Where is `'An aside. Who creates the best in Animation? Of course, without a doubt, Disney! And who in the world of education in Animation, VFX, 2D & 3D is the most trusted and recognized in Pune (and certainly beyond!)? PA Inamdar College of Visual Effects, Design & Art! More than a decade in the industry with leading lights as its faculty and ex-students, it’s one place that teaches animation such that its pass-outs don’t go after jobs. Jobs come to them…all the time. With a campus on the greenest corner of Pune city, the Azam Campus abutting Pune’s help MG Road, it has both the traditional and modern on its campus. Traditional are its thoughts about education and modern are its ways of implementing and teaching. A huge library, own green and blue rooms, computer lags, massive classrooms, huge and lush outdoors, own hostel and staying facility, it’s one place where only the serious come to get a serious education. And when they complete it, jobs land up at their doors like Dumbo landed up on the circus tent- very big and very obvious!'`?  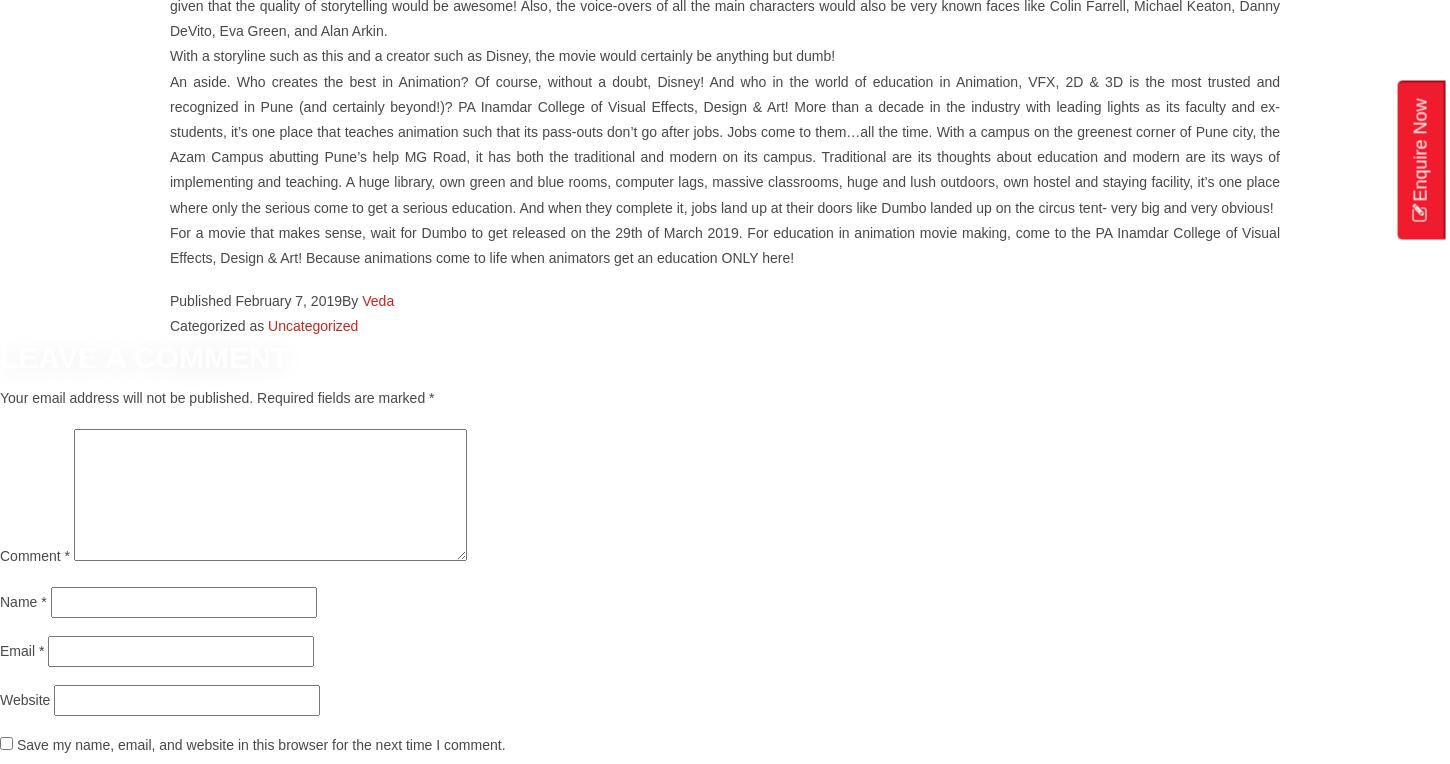 'An aside. Who creates the best in Animation? Of course, without a doubt, Disney! And who in the world of education in Animation, VFX, 2D & 3D is the most trusted and recognized in Pune (and certainly beyond!)? PA Inamdar College of Visual Effects, Design & Art! More than a decade in the industry with leading lights as its faculty and ex-students, it’s one place that teaches animation such that its pass-outs don’t go after jobs. Jobs come to them…all the time. With a campus on the greenest corner of Pune city, the Azam Campus abutting Pune’s help MG Road, it has both the traditional and modern on its campus. Traditional are its thoughts about education and modern are its ways of implementing and teaching. A huge library, own green and blue rooms, computer lags, massive classrooms, huge and lush outdoors, own hostel and staying facility, it’s one place where only the serious come to get a serious education. And when they complete it, jobs land up at their doors like Dumbo landed up on the circus tent- very big and very obvious!' is located at coordinates (725, 144).